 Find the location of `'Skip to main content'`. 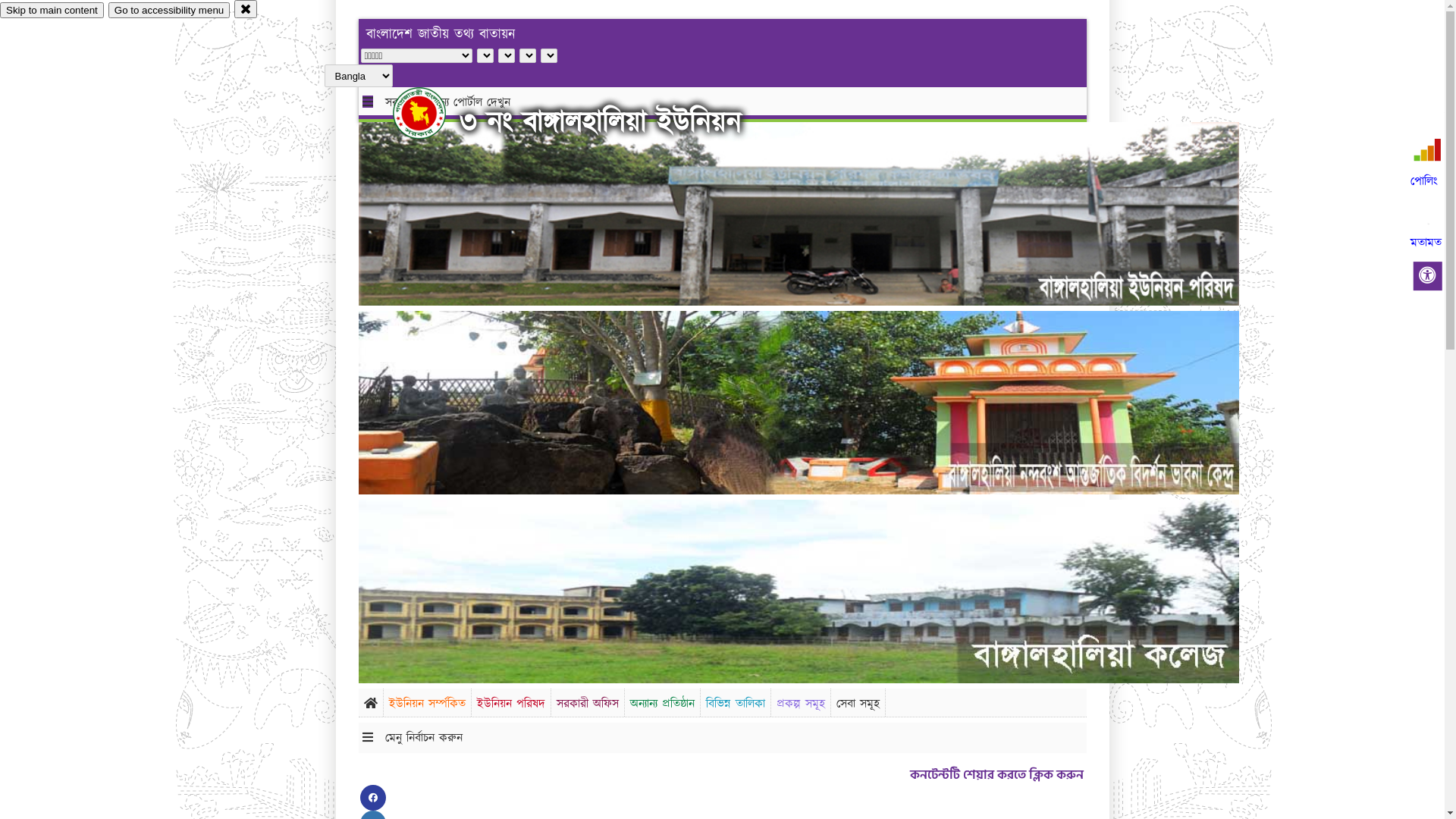

'Skip to main content' is located at coordinates (0, 10).